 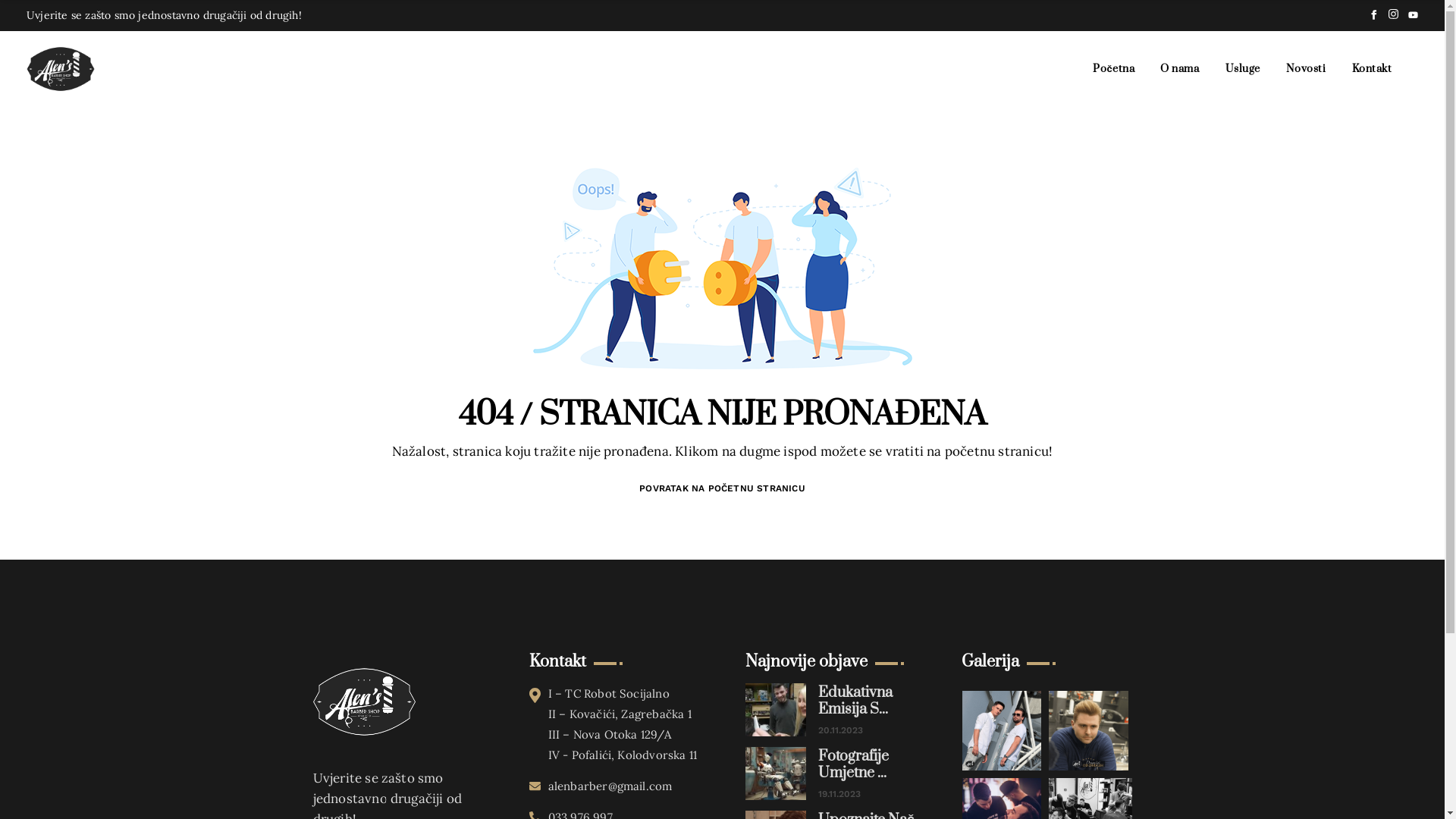 I want to click on 'O nama', so click(x=1178, y=69).